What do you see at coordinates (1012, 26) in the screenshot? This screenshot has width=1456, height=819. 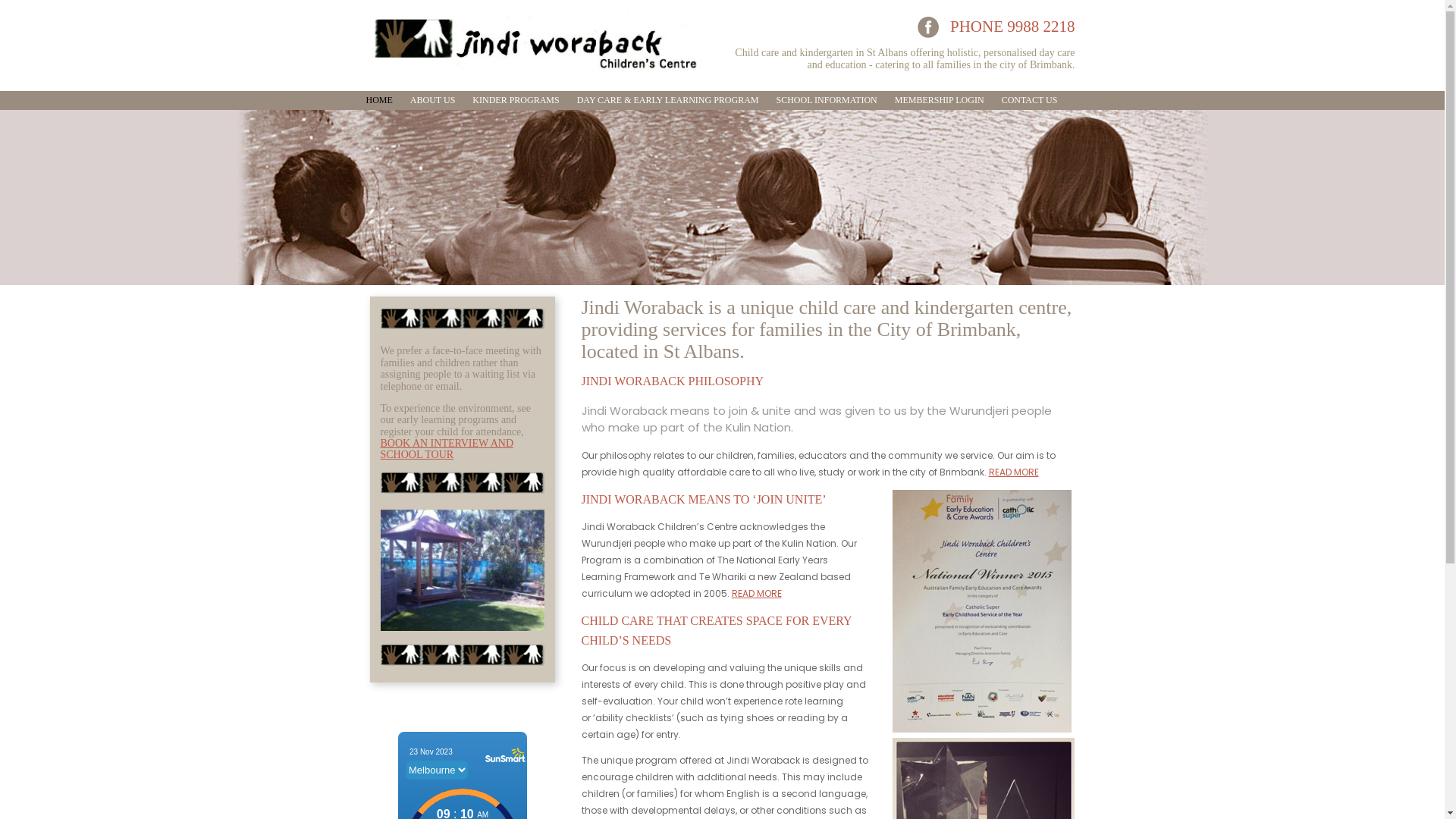 I see `'PHONE 9988 2218'` at bounding box center [1012, 26].